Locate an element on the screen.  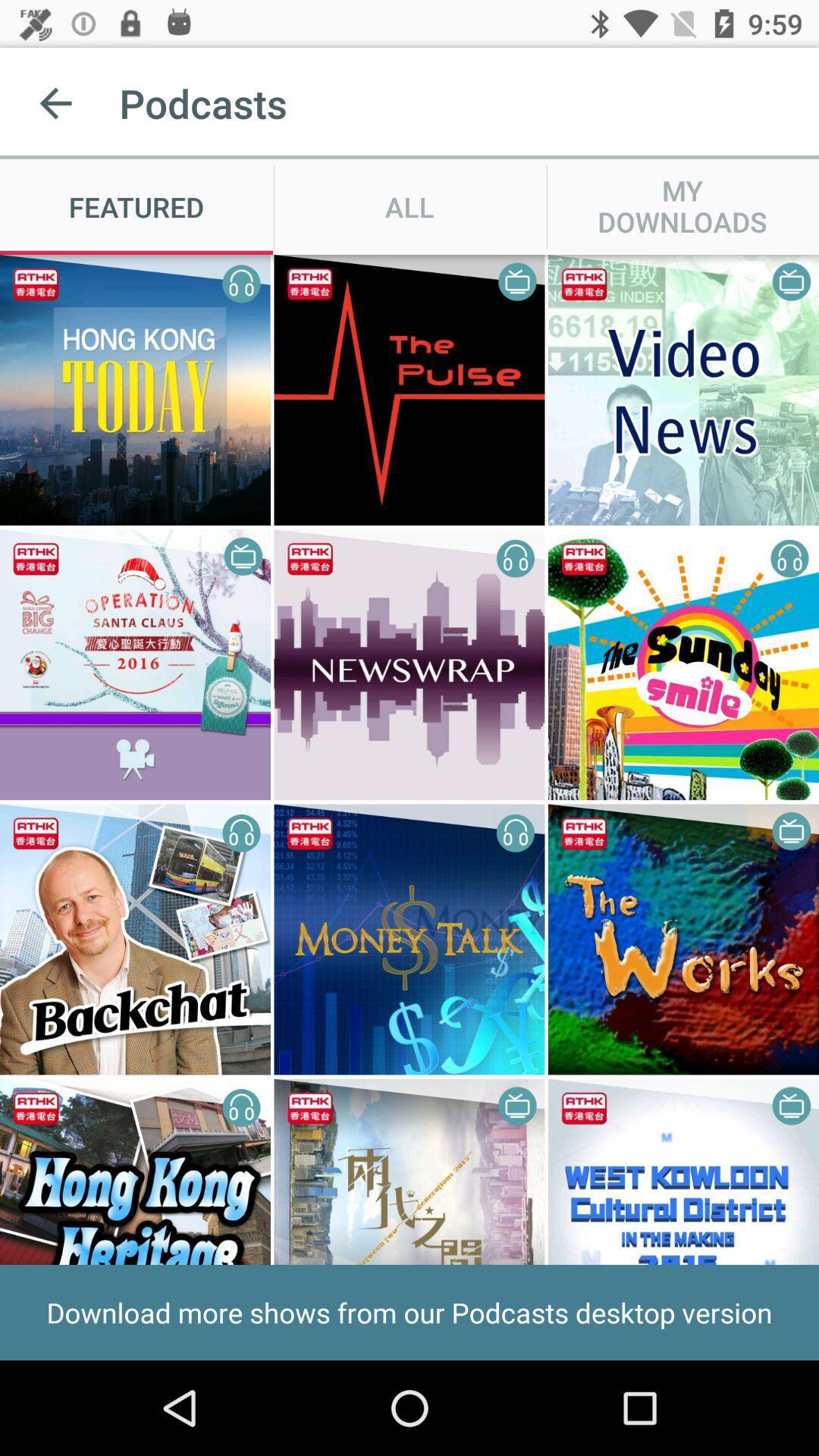
the right icon which is in the fourth row first image is located at coordinates (242, 1106).